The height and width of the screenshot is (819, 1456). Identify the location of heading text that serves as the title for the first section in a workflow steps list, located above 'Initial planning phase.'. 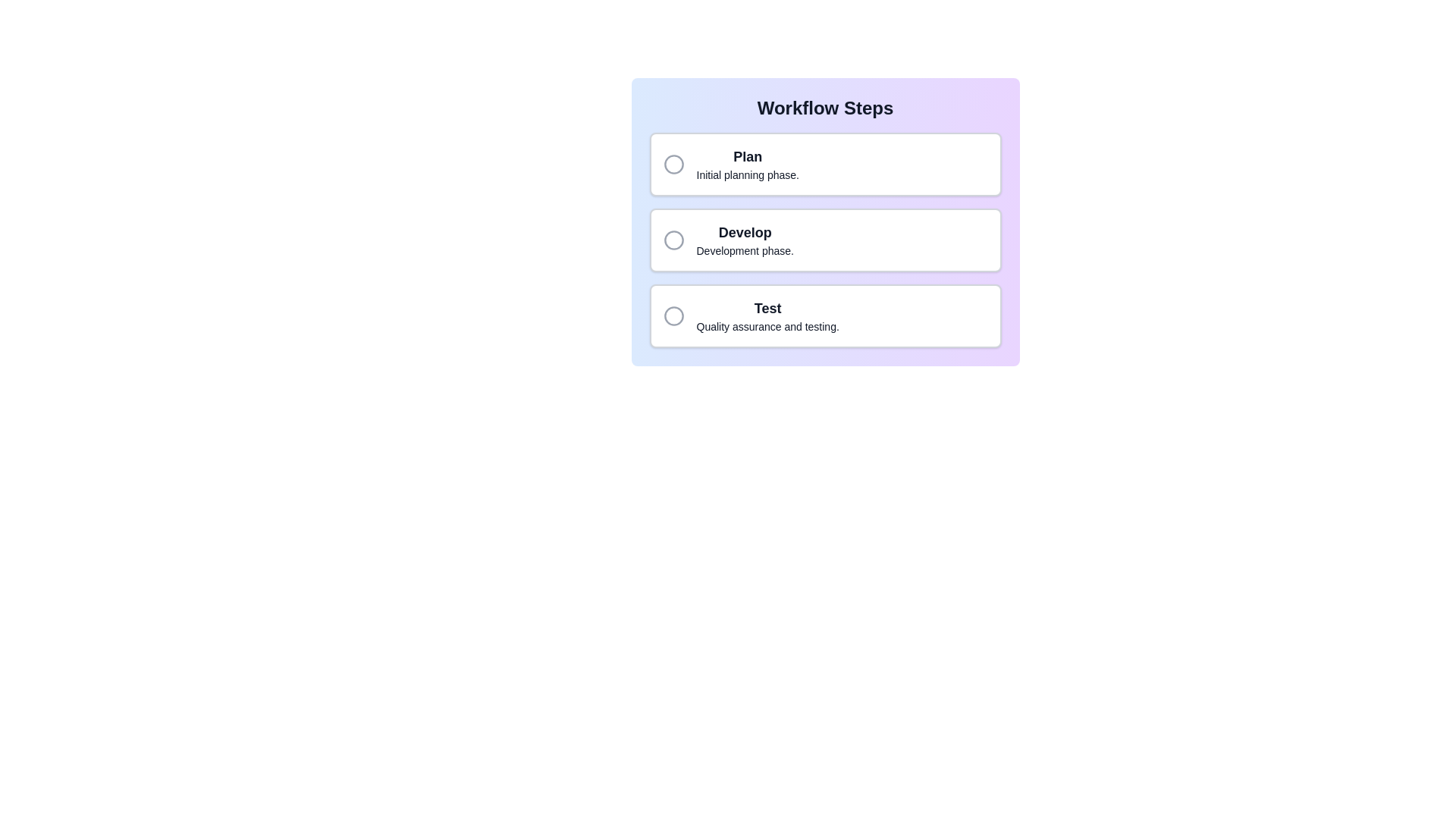
(748, 157).